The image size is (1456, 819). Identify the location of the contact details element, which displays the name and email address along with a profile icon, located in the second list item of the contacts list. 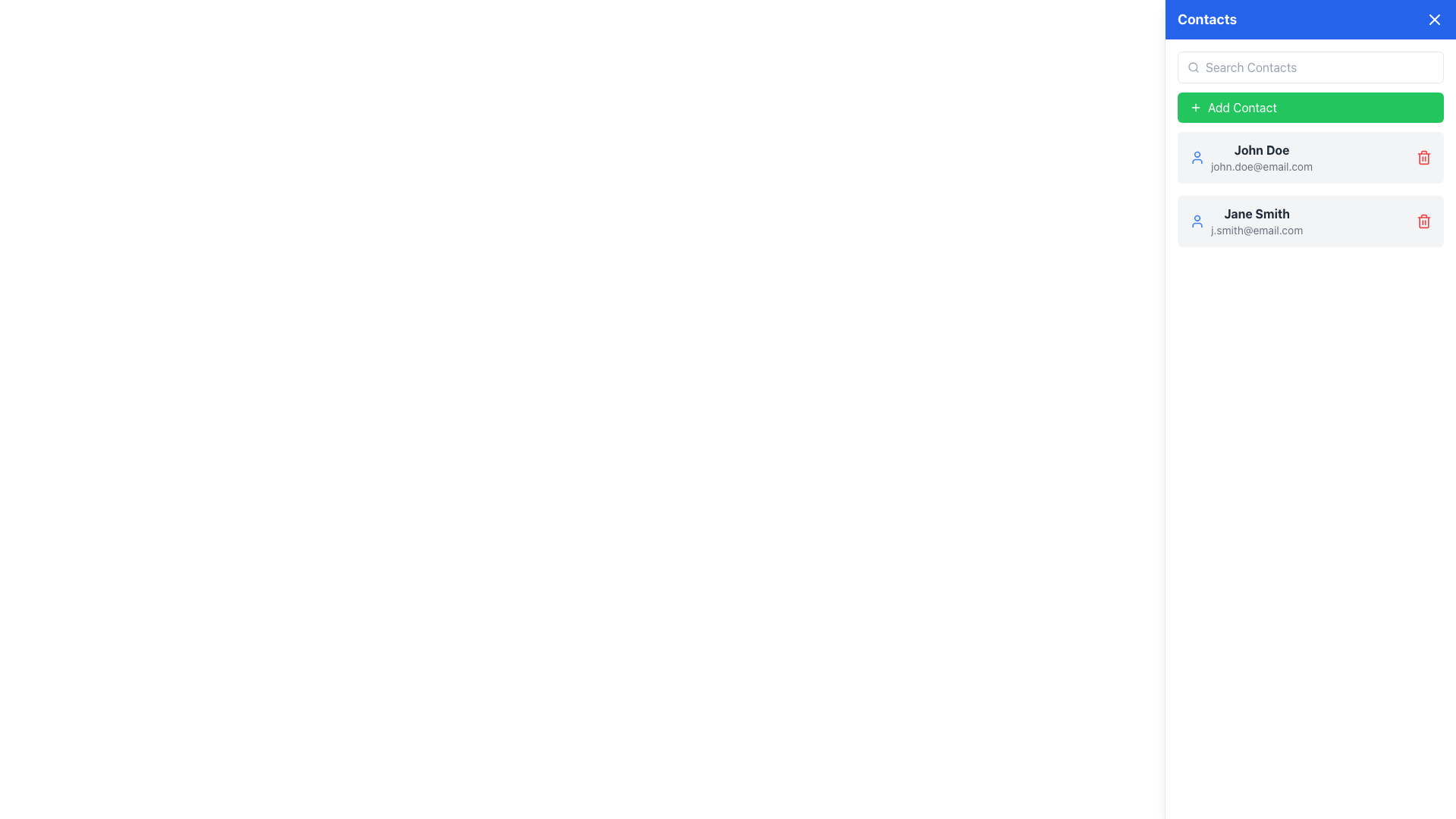
(1246, 221).